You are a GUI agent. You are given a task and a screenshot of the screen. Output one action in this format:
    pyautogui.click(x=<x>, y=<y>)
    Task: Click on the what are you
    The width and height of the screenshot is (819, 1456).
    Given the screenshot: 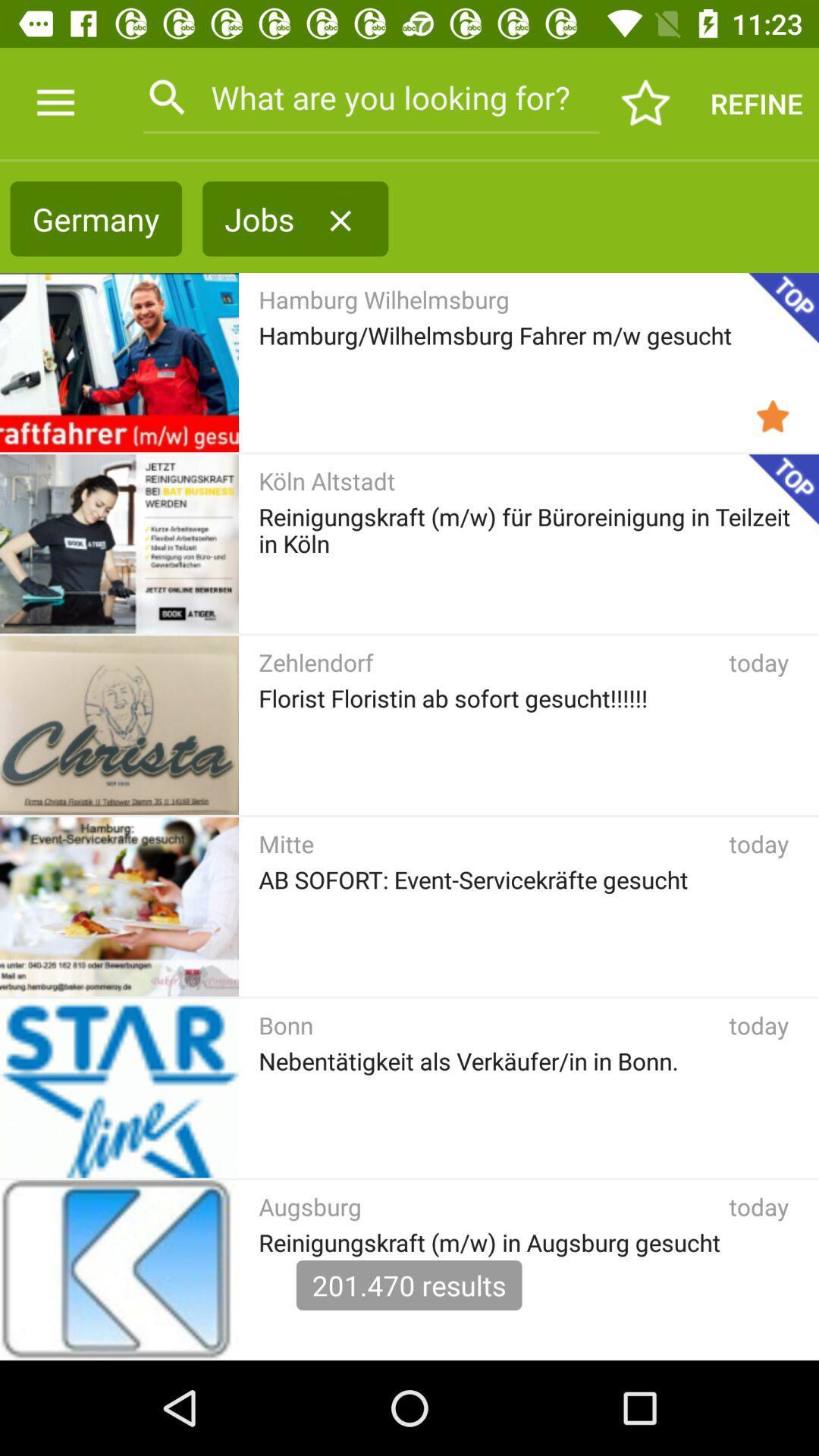 What is the action you would take?
    pyautogui.click(x=371, y=96)
    